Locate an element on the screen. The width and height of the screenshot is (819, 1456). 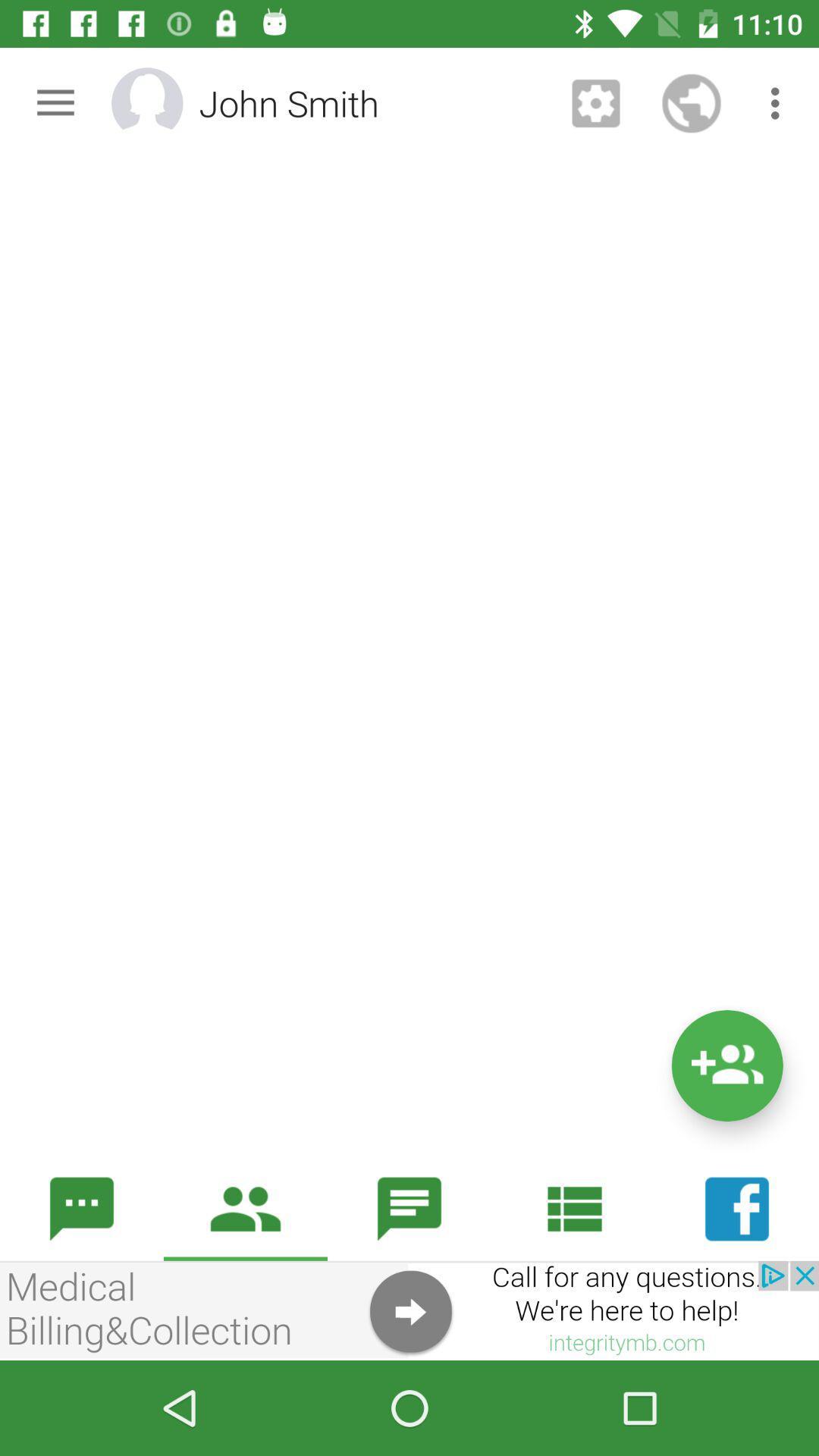
the follow icon is located at coordinates (726, 1065).